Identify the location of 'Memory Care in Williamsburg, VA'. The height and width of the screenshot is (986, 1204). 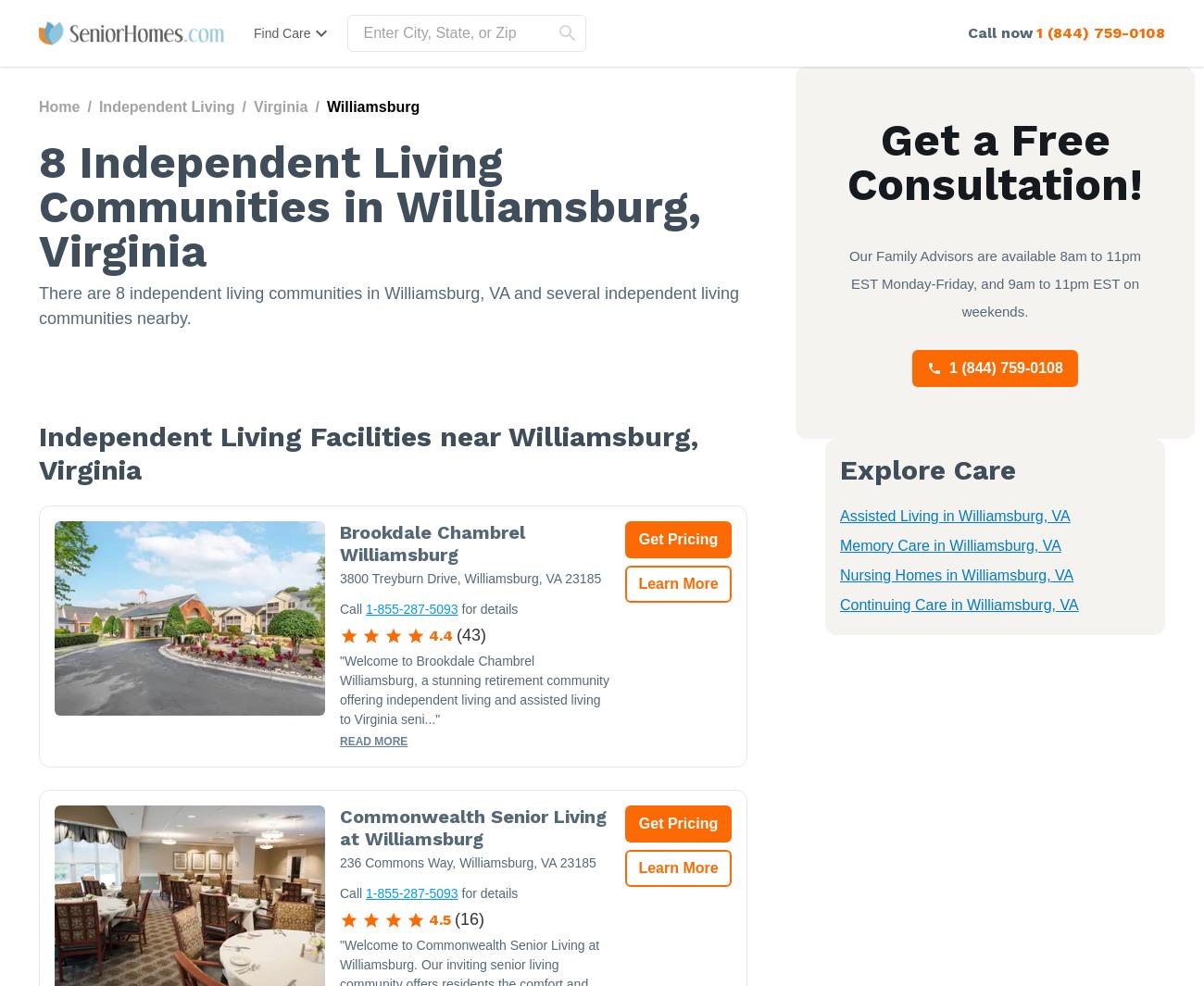
(948, 545).